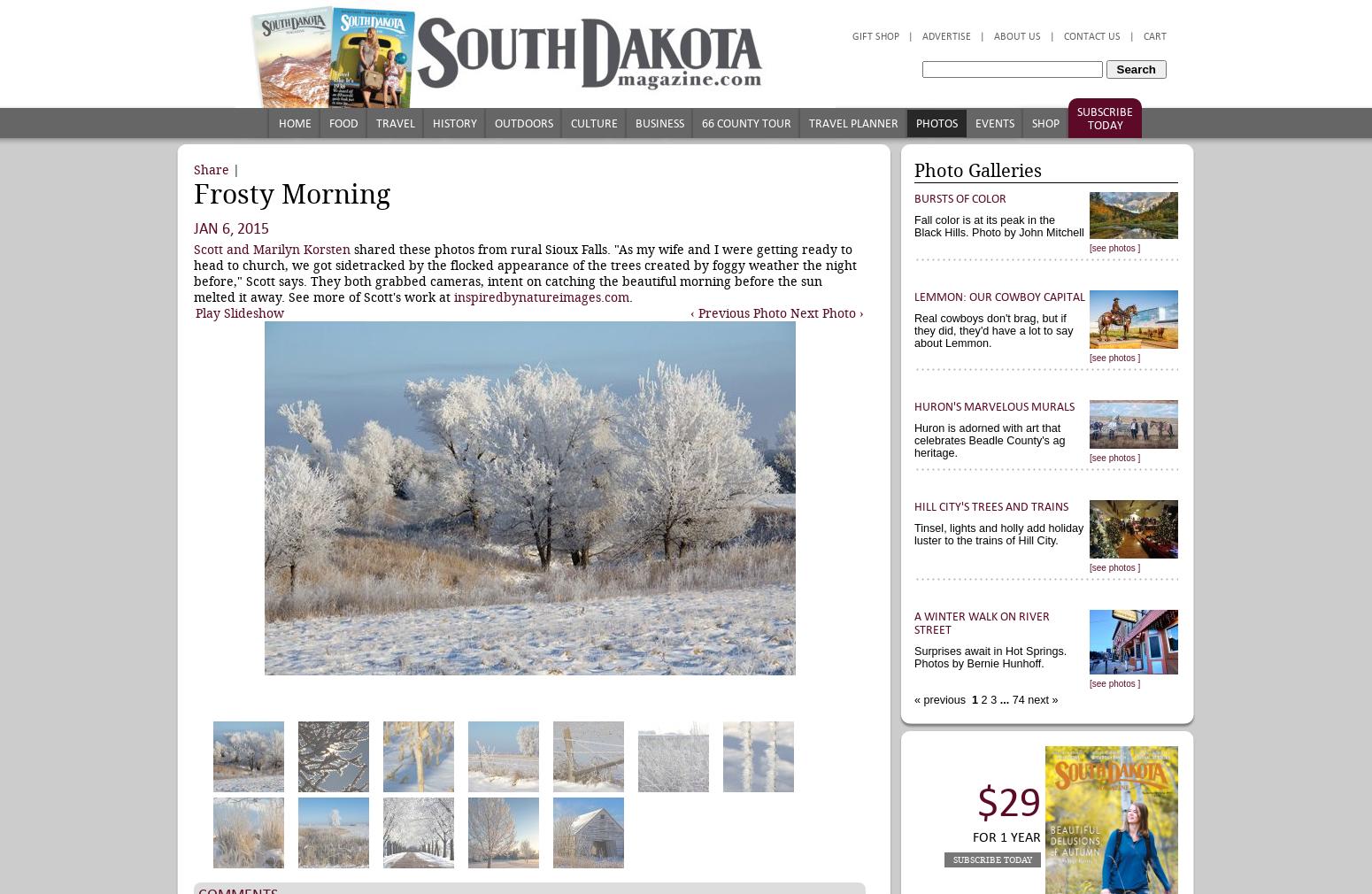 This screenshot has width=1372, height=894. I want to click on 'for 1 Year', so click(971, 836).